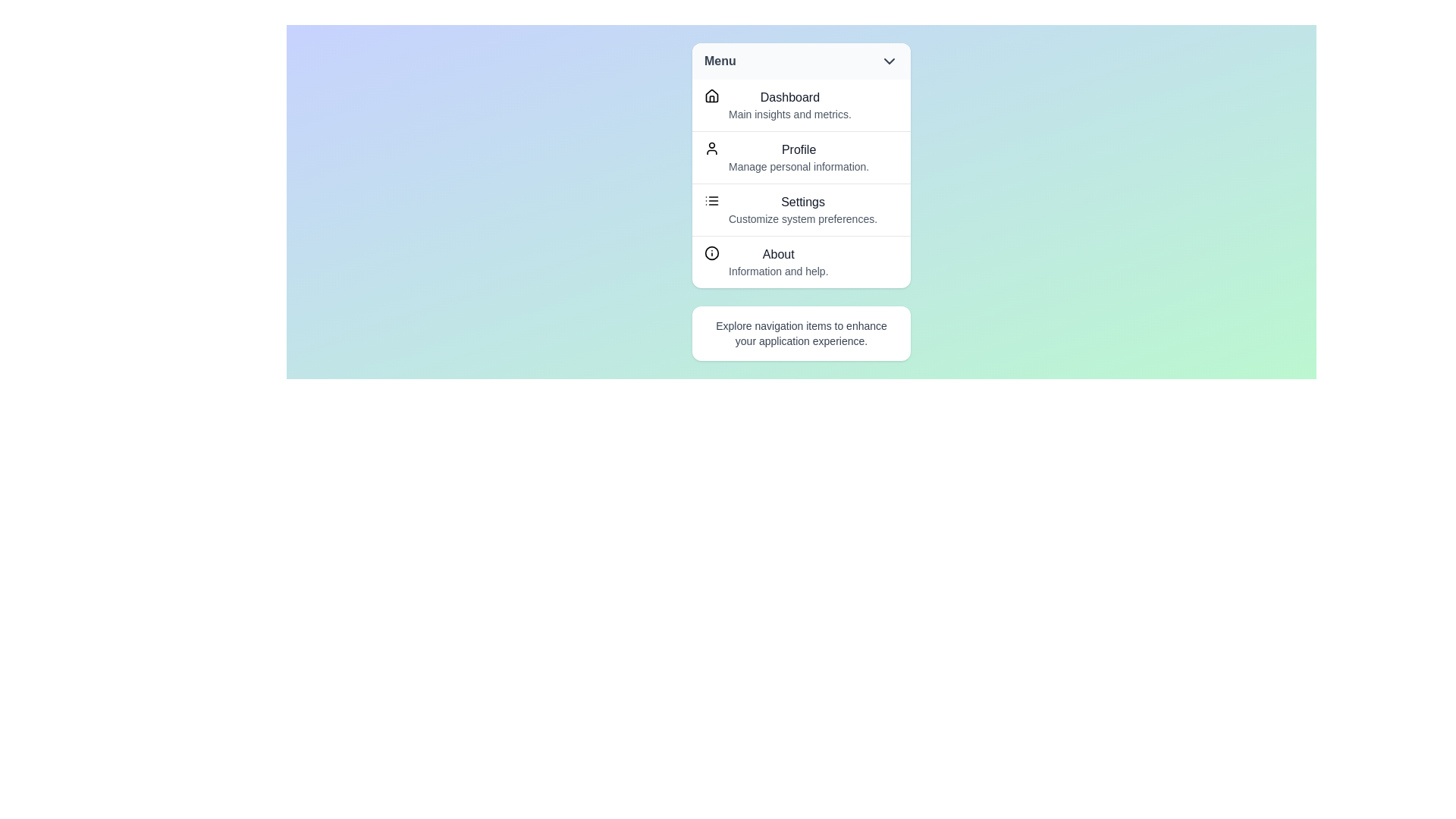  What do you see at coordinates (800, 104) in the screenshot?
I see `the menu item labeled Dashboard` at bounding box center [800, 104].